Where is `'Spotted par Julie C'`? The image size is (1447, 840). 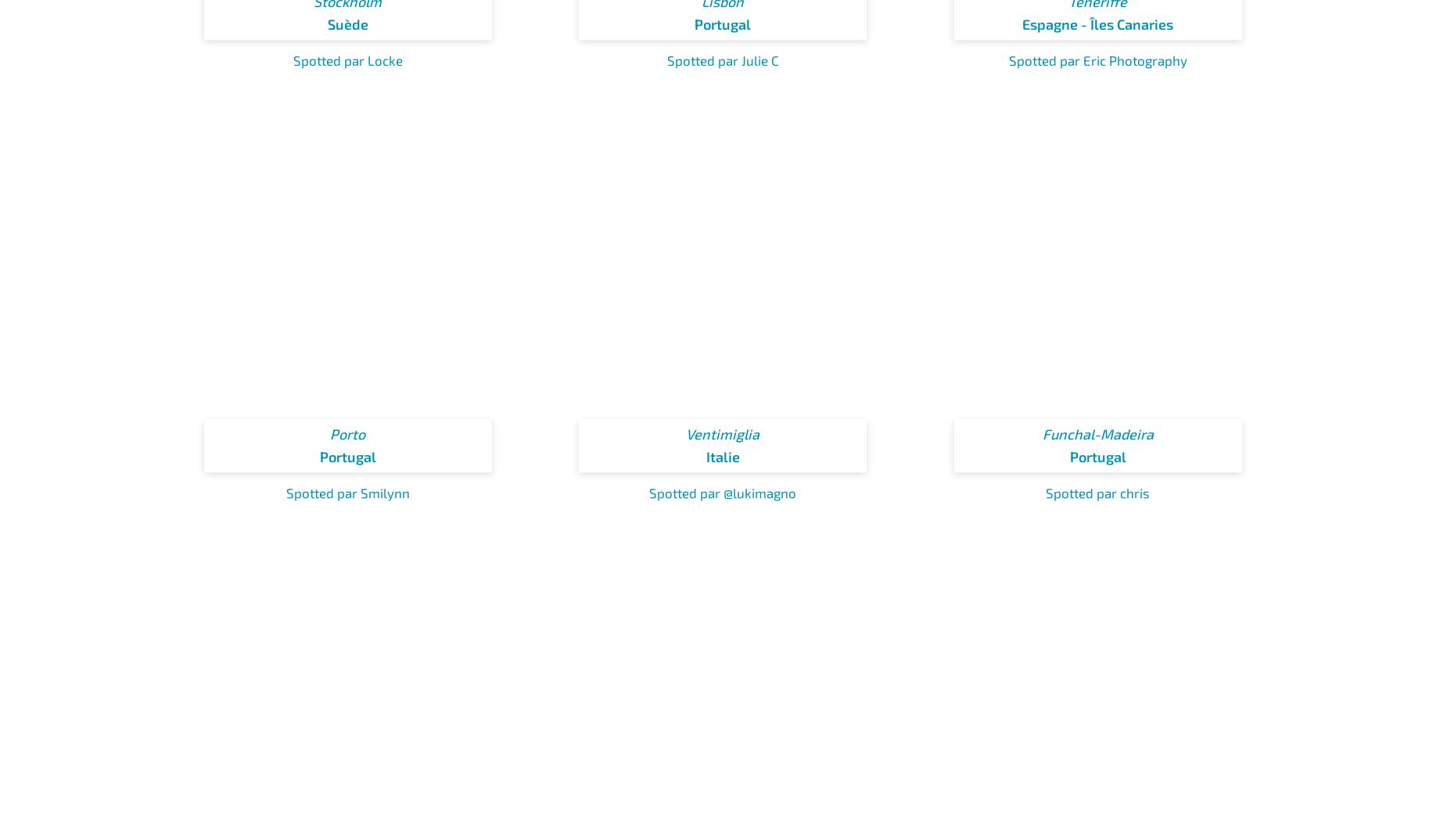
'Spotted par Julie C' is located at coordinates (722, 60).